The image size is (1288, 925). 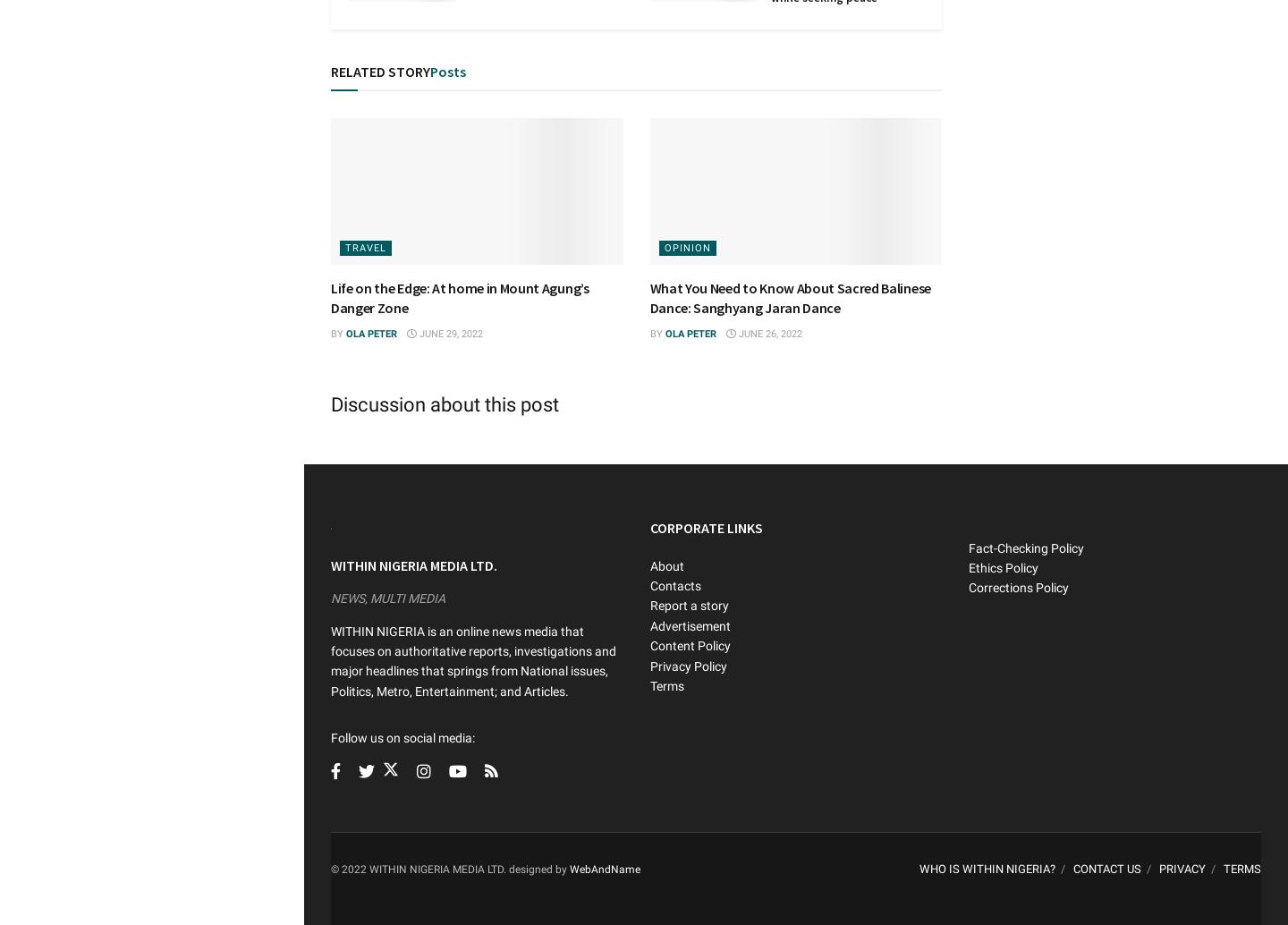 What do you see at coordinates (413, 564) in the screenshot?
I see `'WITHIN NIGERIA MEDIA LTD.'` at bounding box center [413, 564].